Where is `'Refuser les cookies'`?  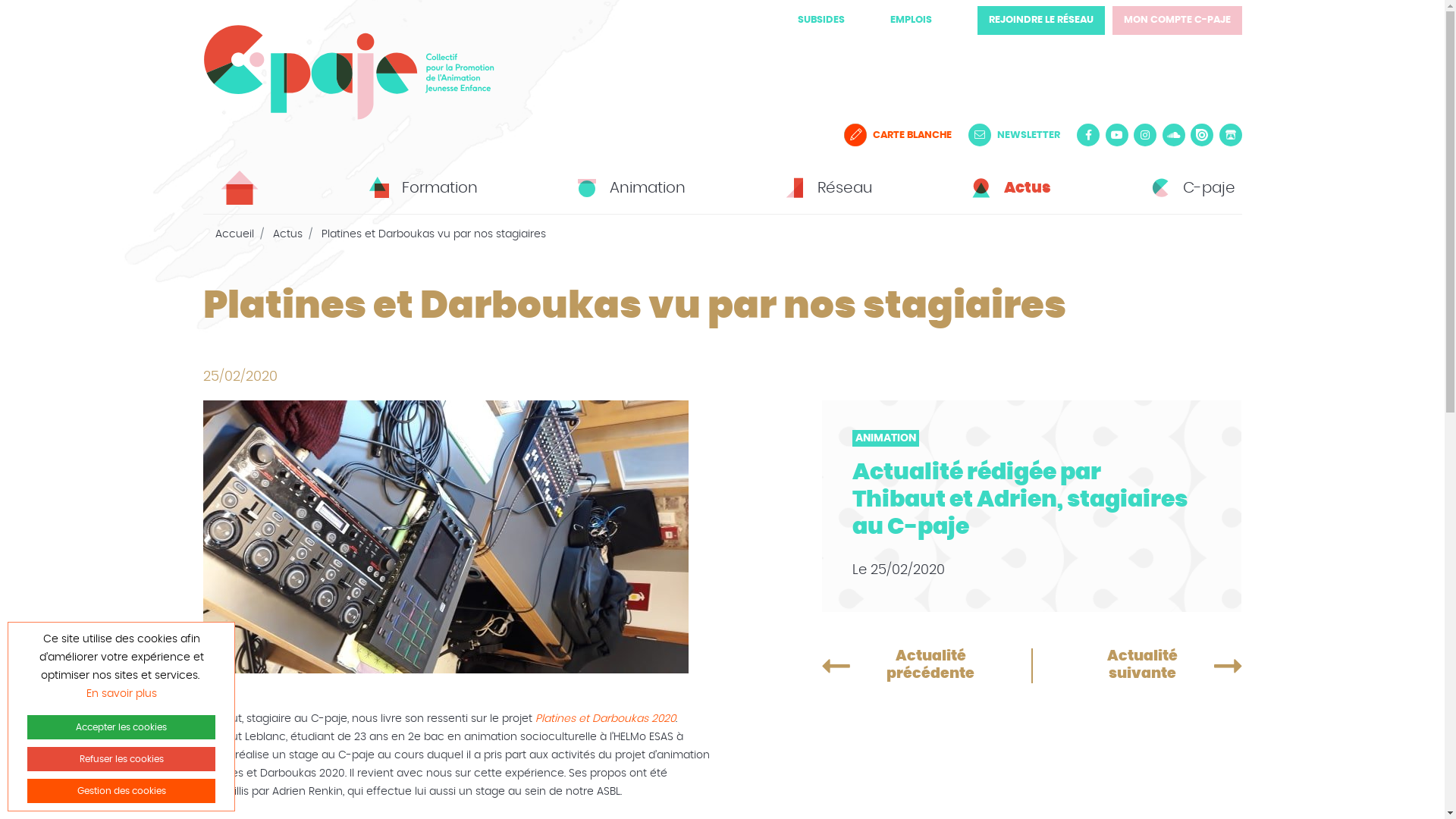
'Refuser les cookies' is located at coordinates (120, 759).